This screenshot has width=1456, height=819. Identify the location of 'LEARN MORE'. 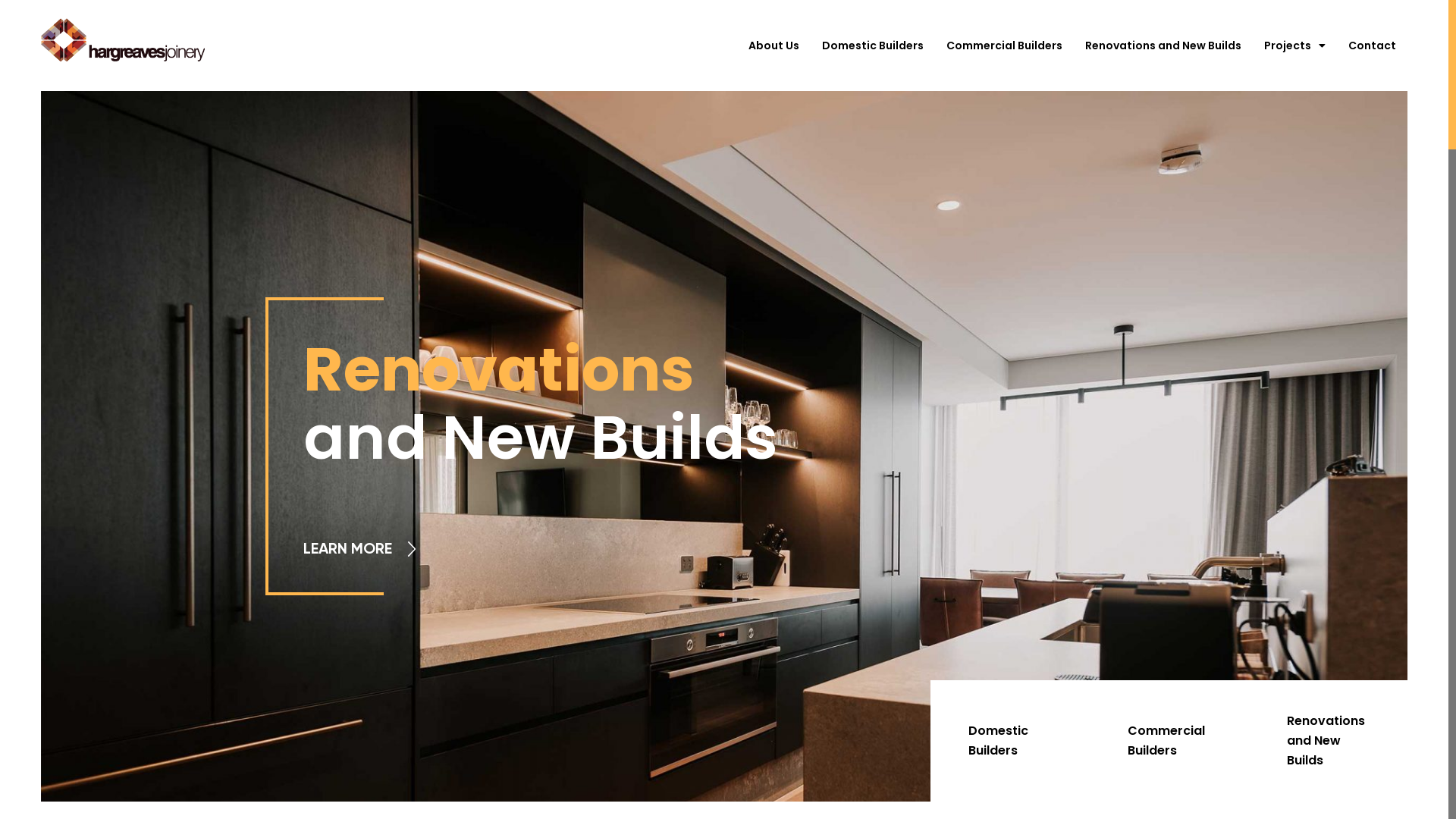
(303, 548).